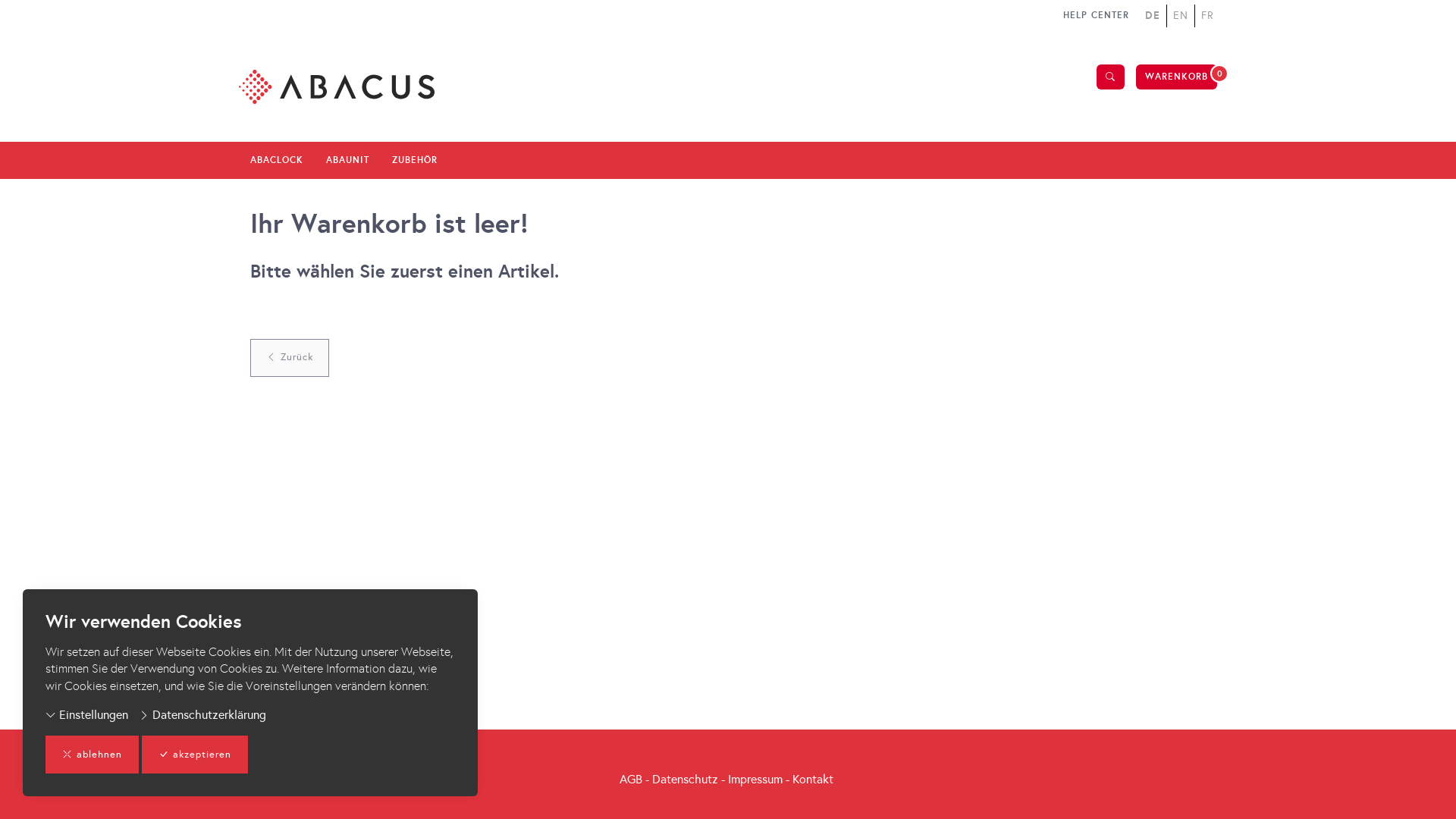  What do you see at coordinates (684, 779) in the screenshot?
I see `'Datenschutz'` at bounding box center [684, 779].